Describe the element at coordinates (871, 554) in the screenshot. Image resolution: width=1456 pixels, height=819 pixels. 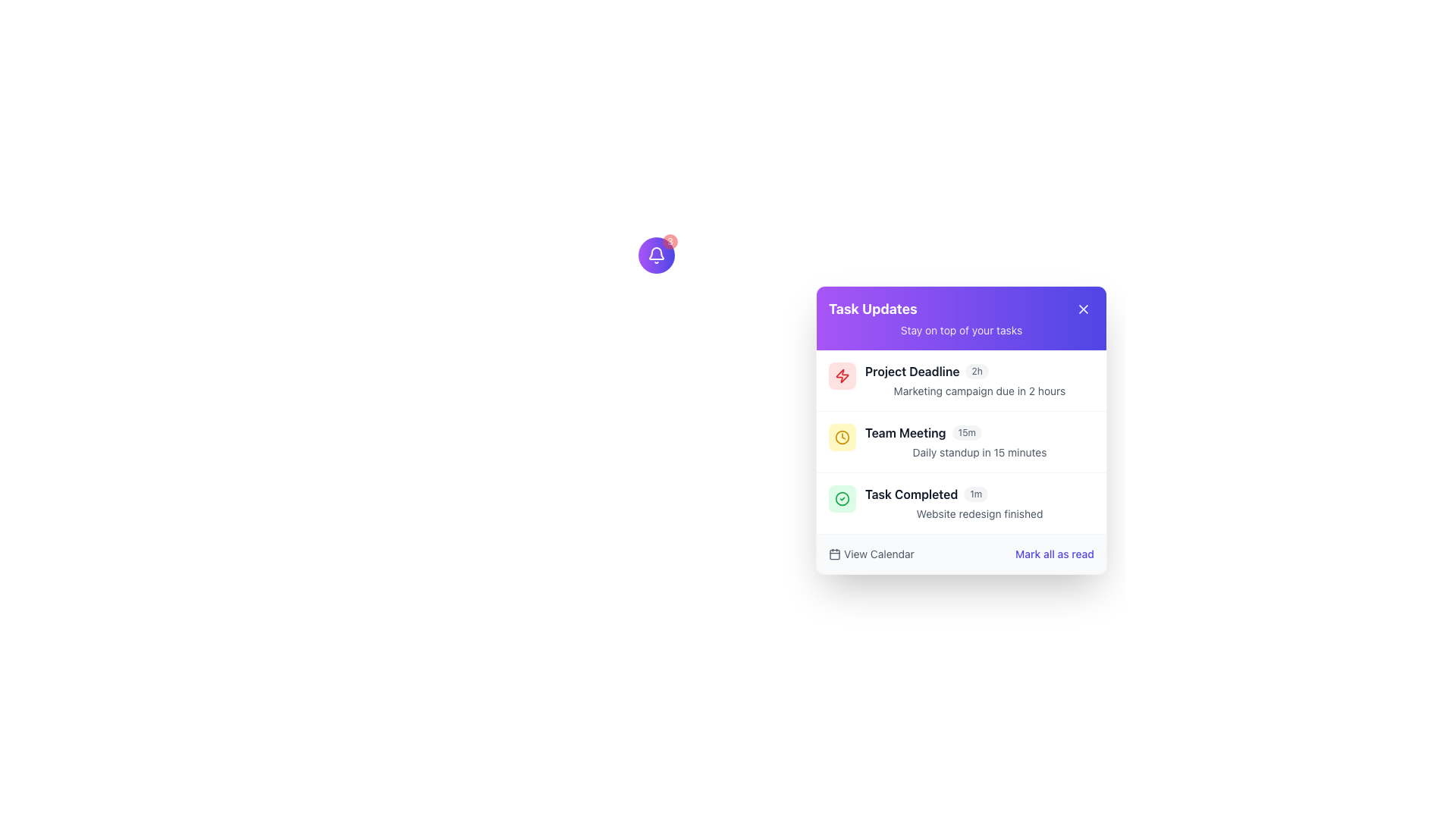
I see `the 'View Calendar' button with icon and text` at that location.